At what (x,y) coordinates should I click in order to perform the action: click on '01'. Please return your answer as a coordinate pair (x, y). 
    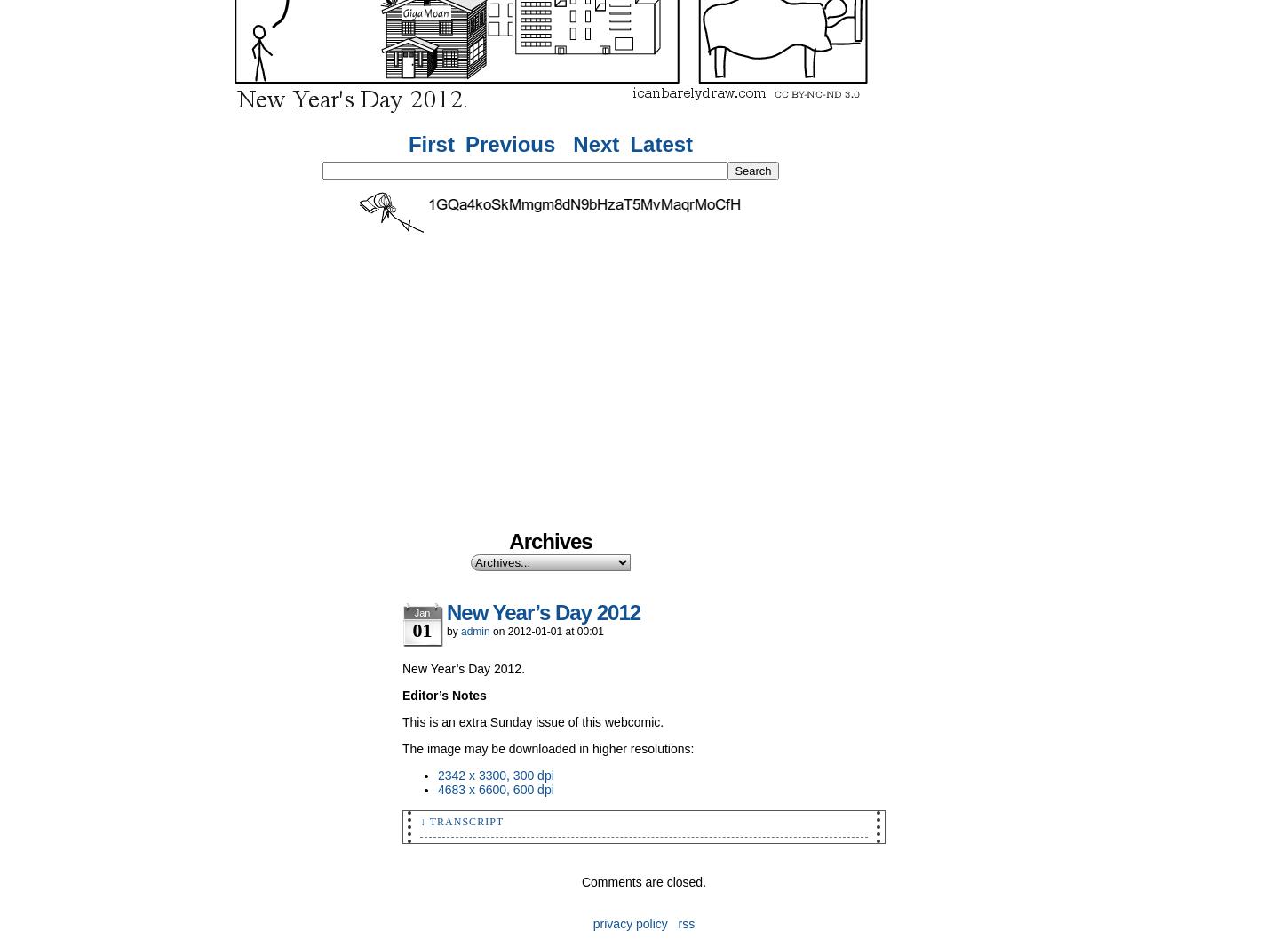
    Looking at the image, I should click on (421, 629).